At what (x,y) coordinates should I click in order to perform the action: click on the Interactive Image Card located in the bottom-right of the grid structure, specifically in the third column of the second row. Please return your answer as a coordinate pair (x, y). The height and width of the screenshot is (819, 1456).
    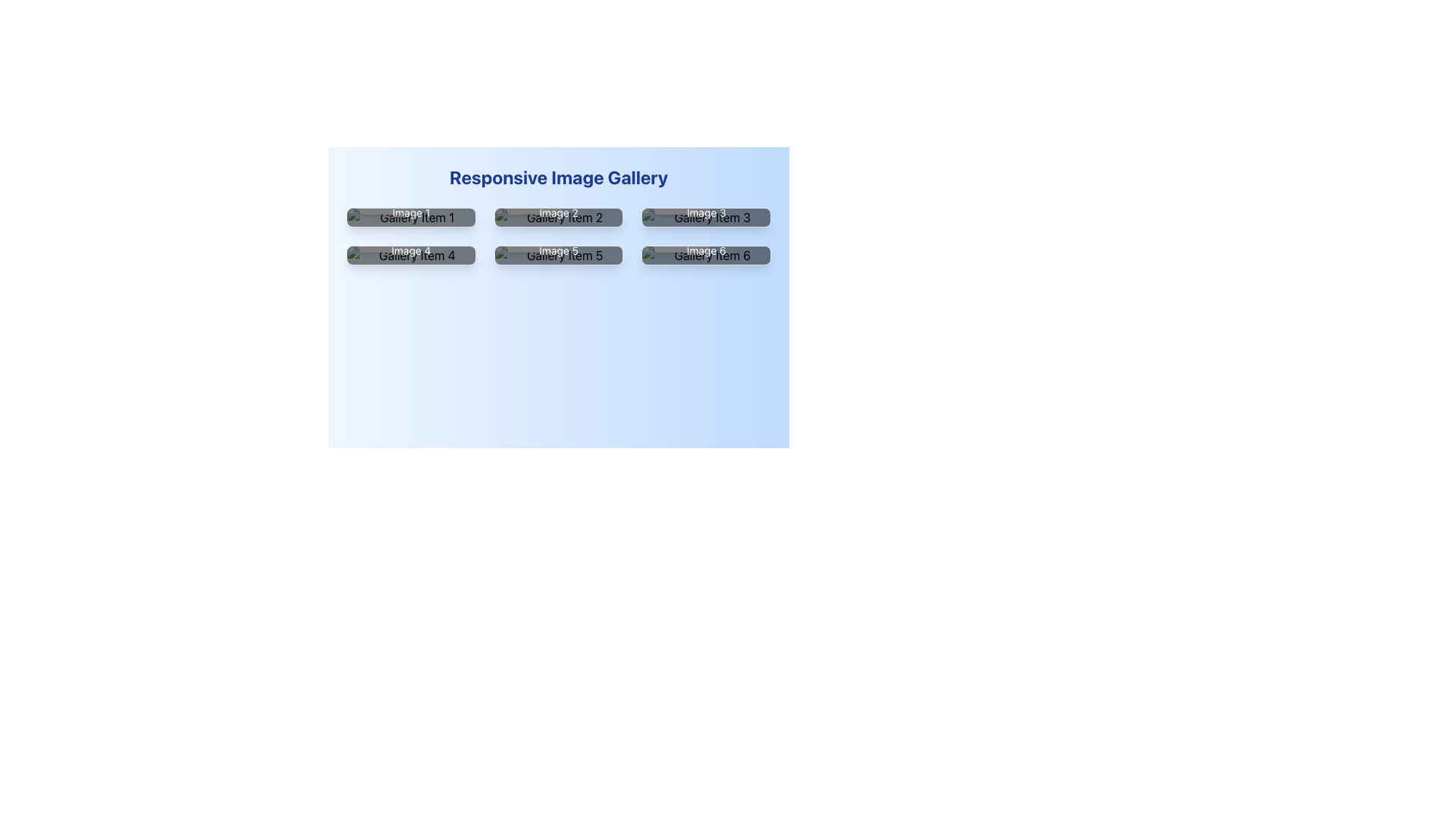
    Looking at the image, I should click on (705, 254).